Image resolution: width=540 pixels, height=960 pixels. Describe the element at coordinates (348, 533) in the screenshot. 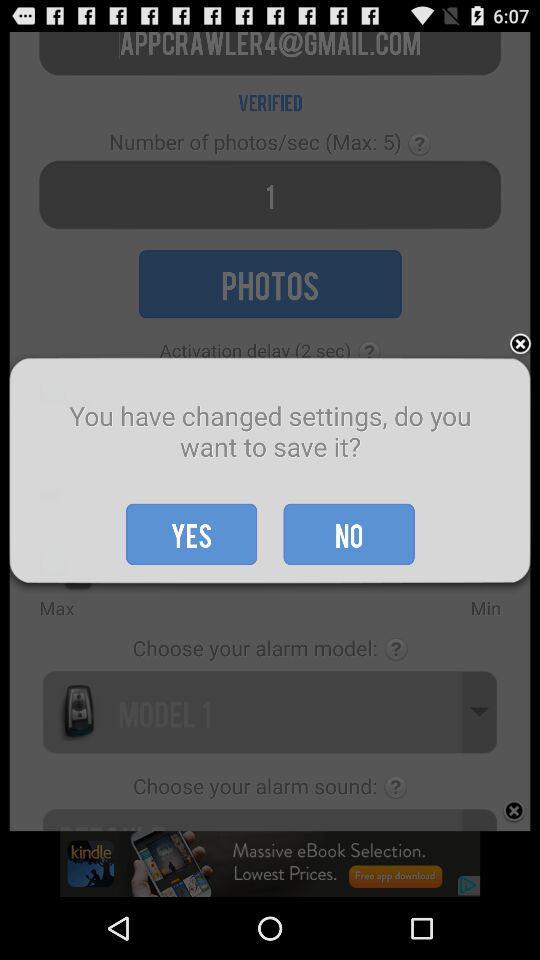

I see `the item to the right of yes icon` at that location.